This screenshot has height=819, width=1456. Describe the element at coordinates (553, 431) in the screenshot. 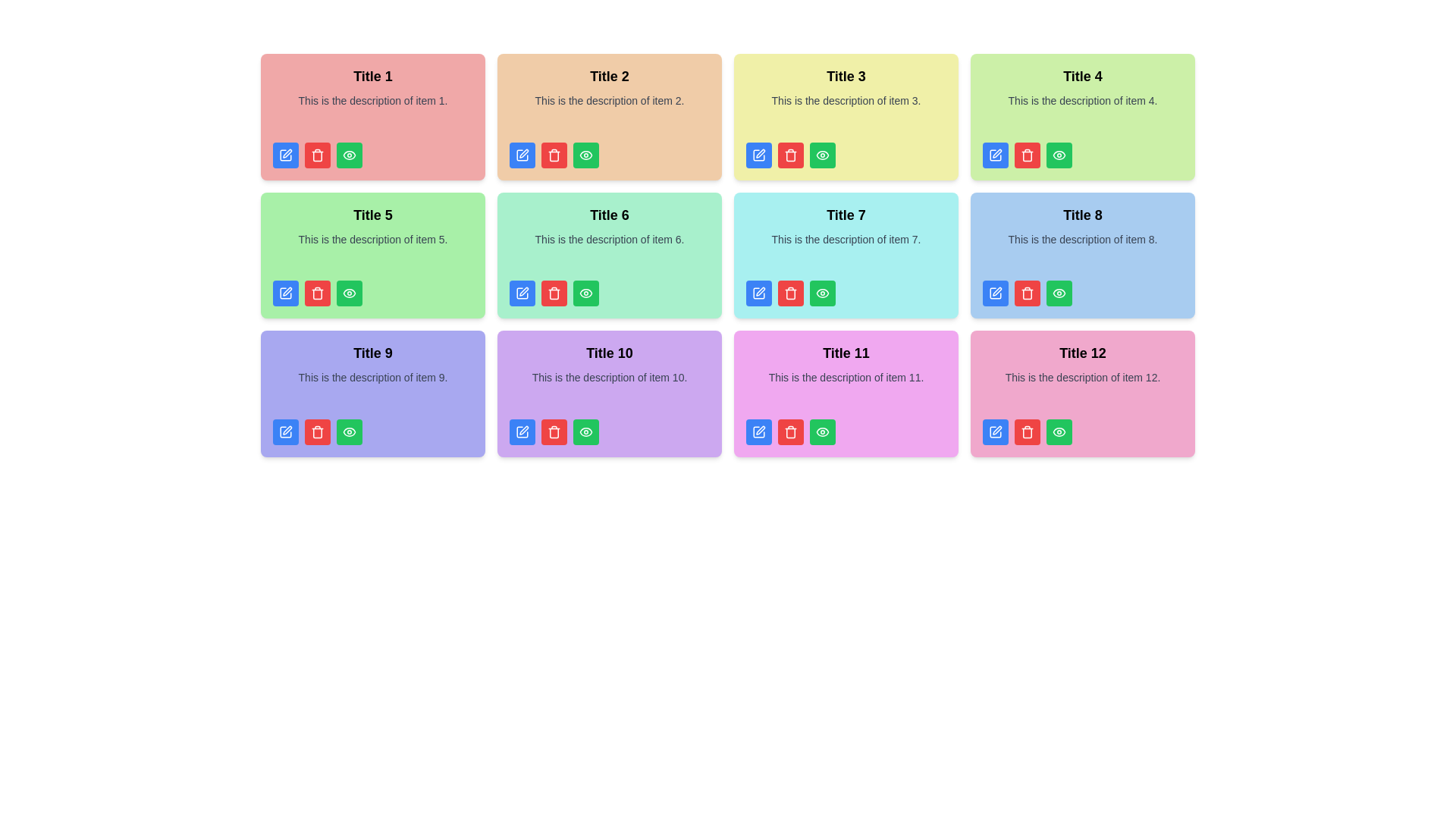

I see `the trash can button with a red background to initiate the delete action` at that location.